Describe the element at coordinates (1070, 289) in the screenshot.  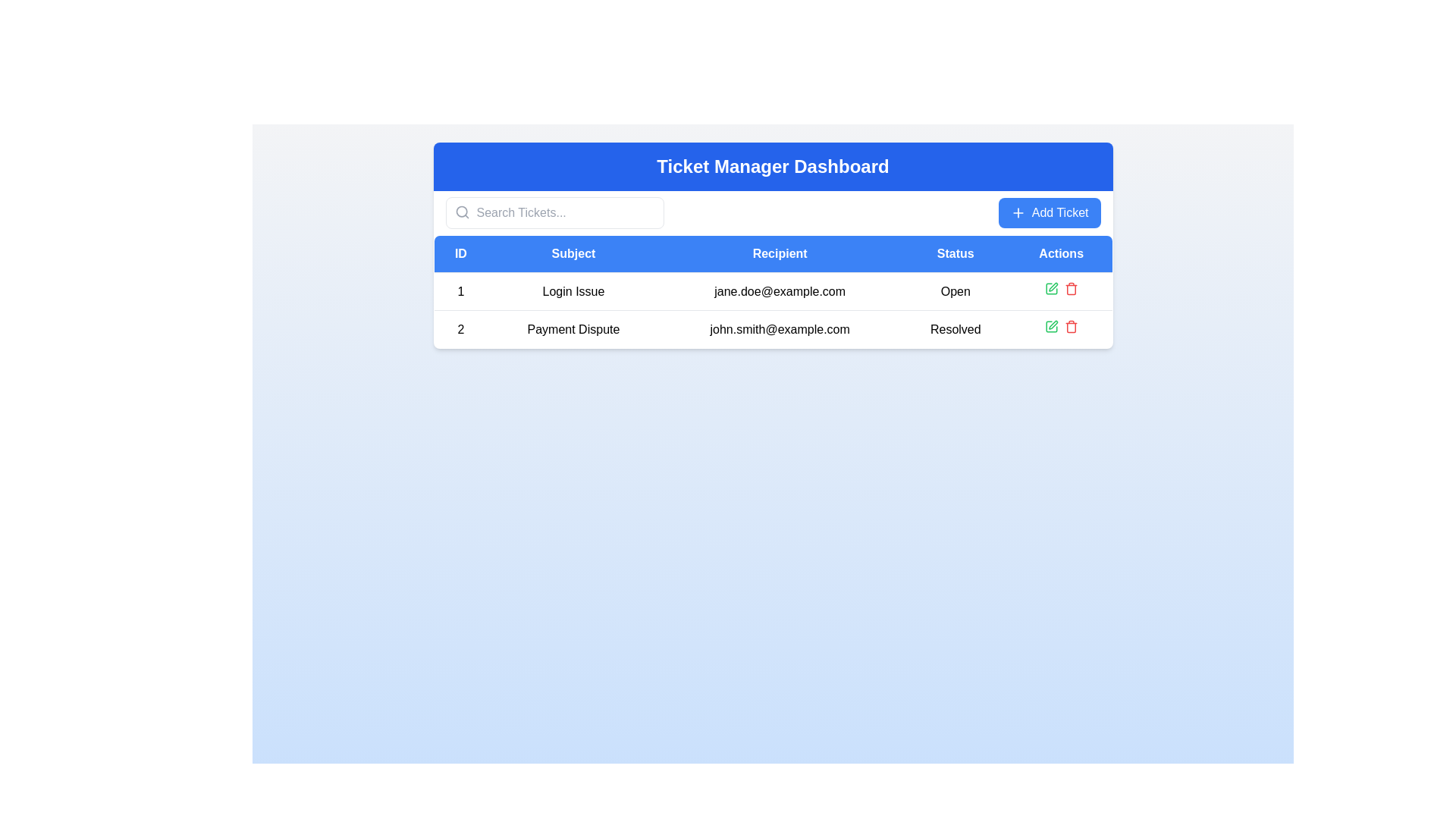
I see `the red trash can button in the Actions column of the second row to initiate a delete action` at that location.